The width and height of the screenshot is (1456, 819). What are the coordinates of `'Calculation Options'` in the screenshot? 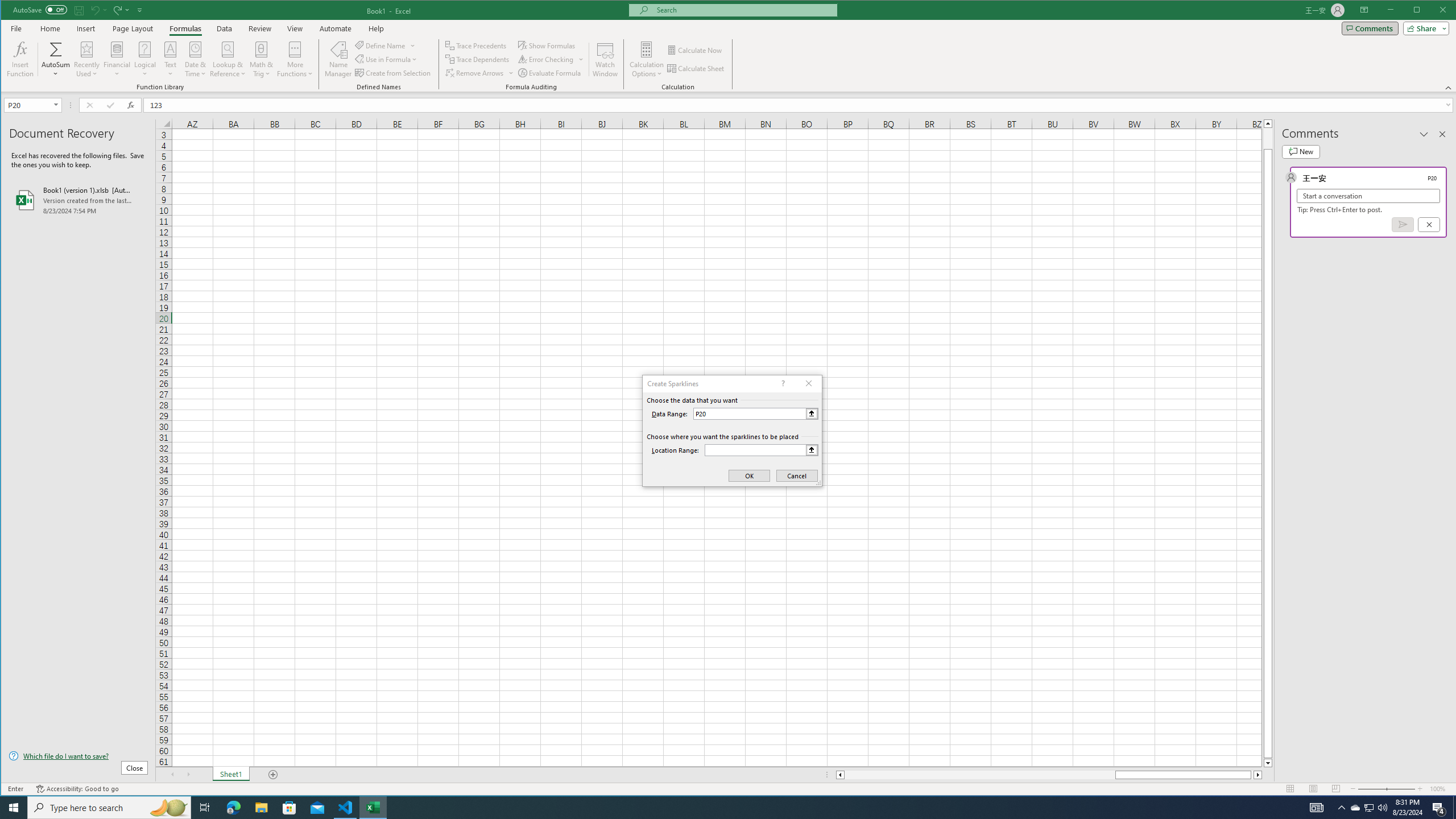 It's located at (647, 59).